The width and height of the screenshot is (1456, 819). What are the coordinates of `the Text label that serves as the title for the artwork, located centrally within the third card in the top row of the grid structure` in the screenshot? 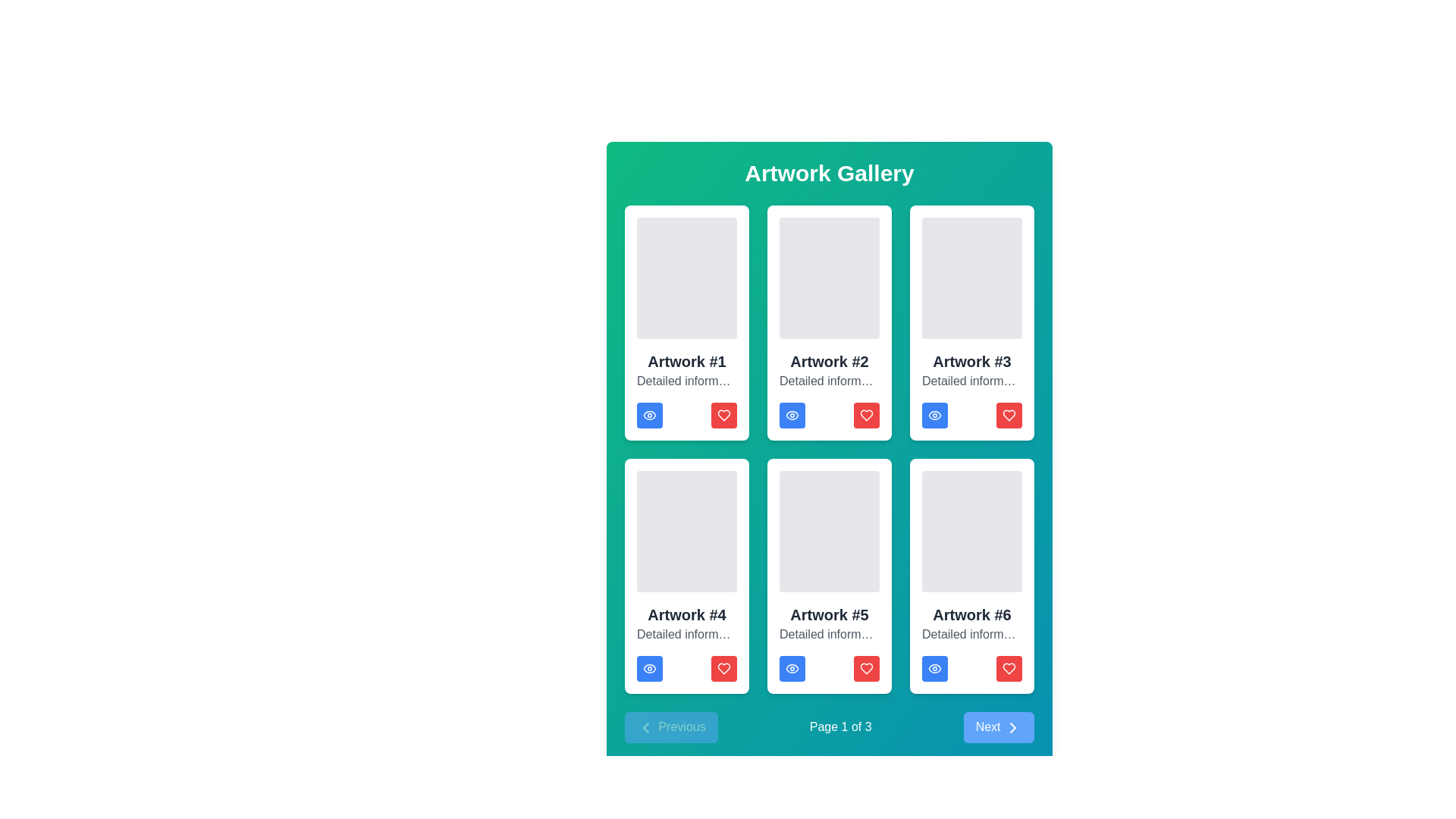 It's located at (971, 362).